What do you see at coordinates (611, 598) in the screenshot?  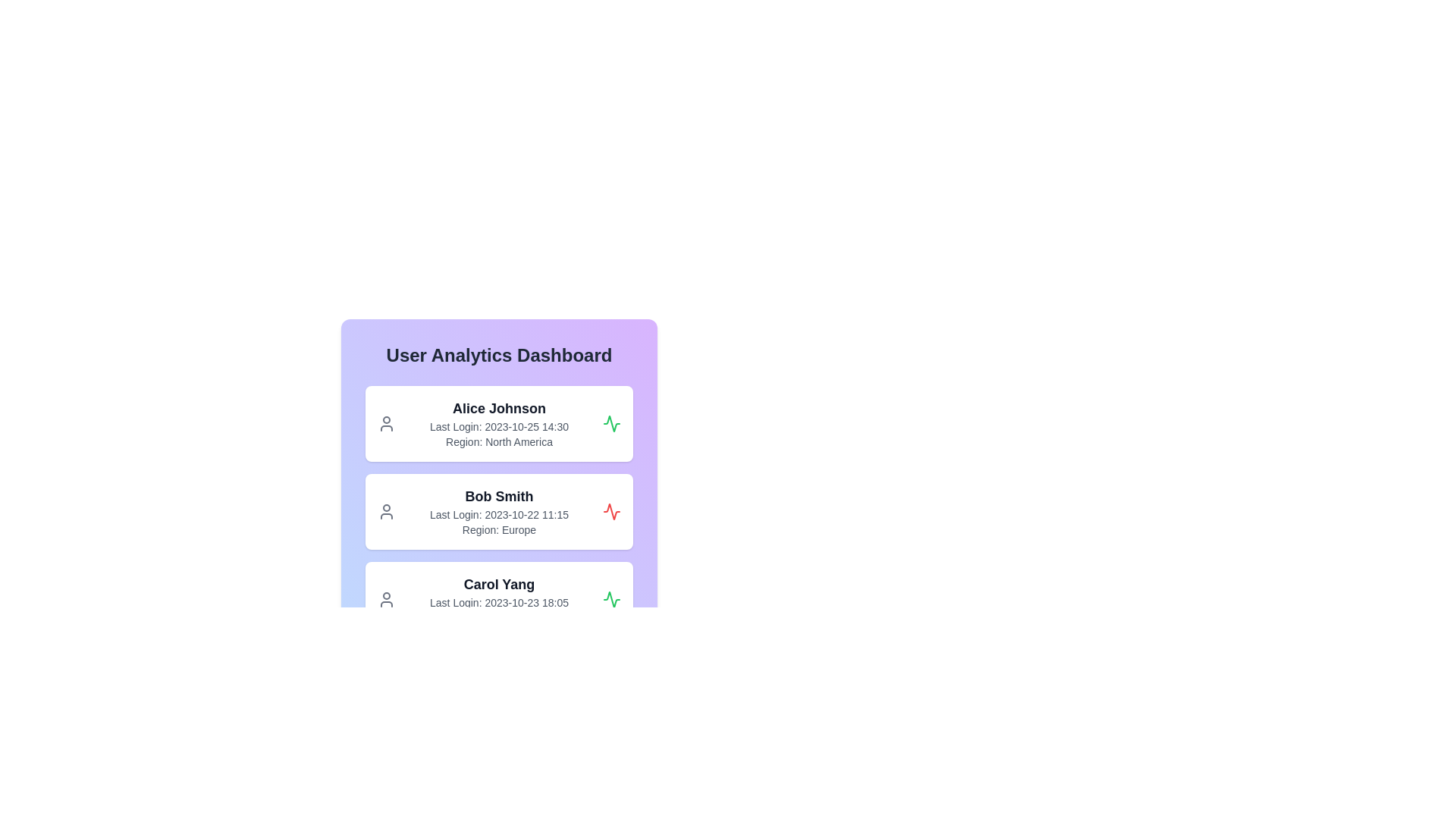 I see `the status/activity icon for 'Carol Yang', located at the rightmost part of the information card, aligned with the login details and region information` at bounding box center [611, 598].